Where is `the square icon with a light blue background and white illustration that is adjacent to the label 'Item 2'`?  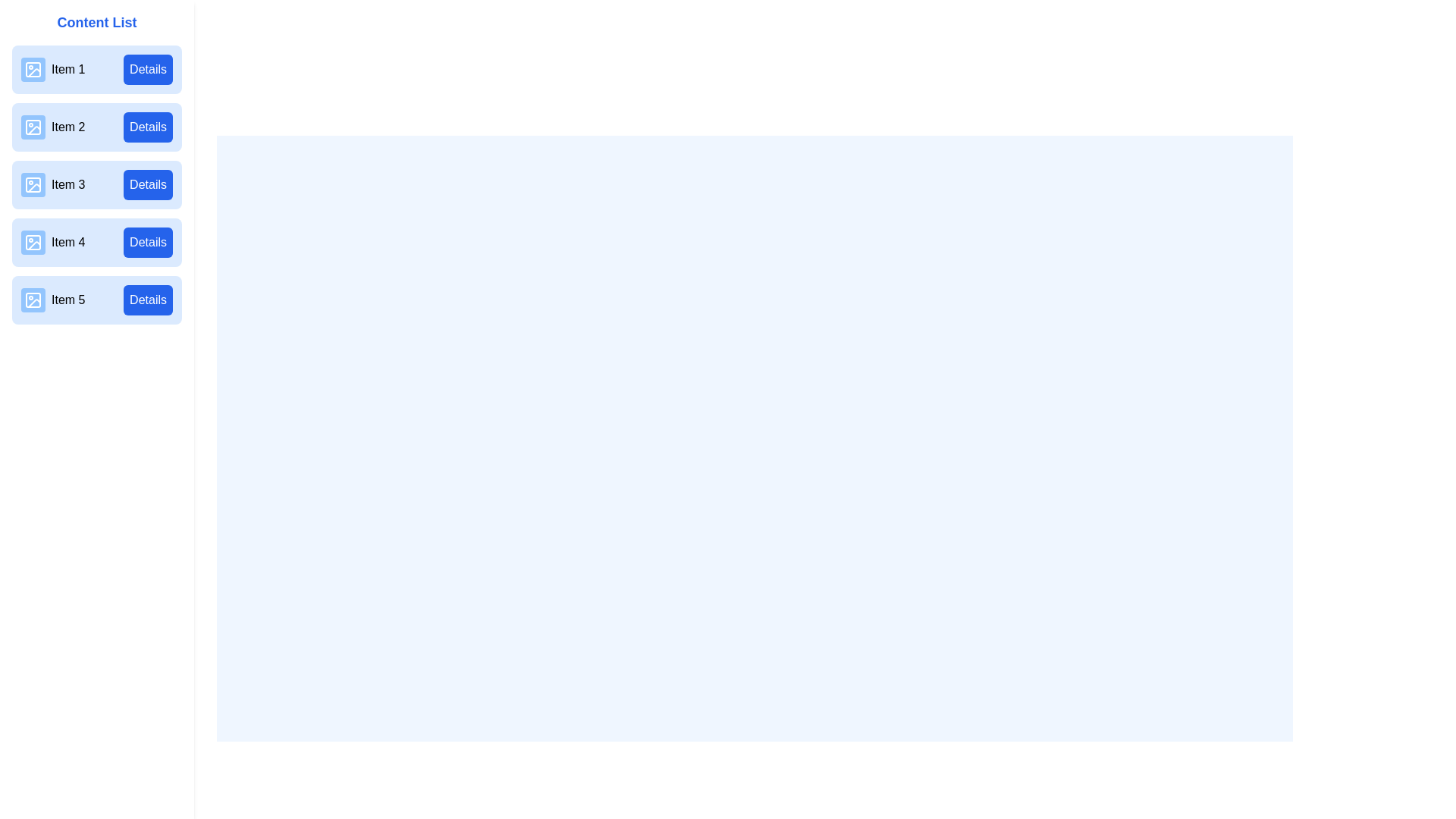 the square icon with a light blue background and white illustration that is adjacent to the label 'Item 2' is located at coordinates (33, 127).